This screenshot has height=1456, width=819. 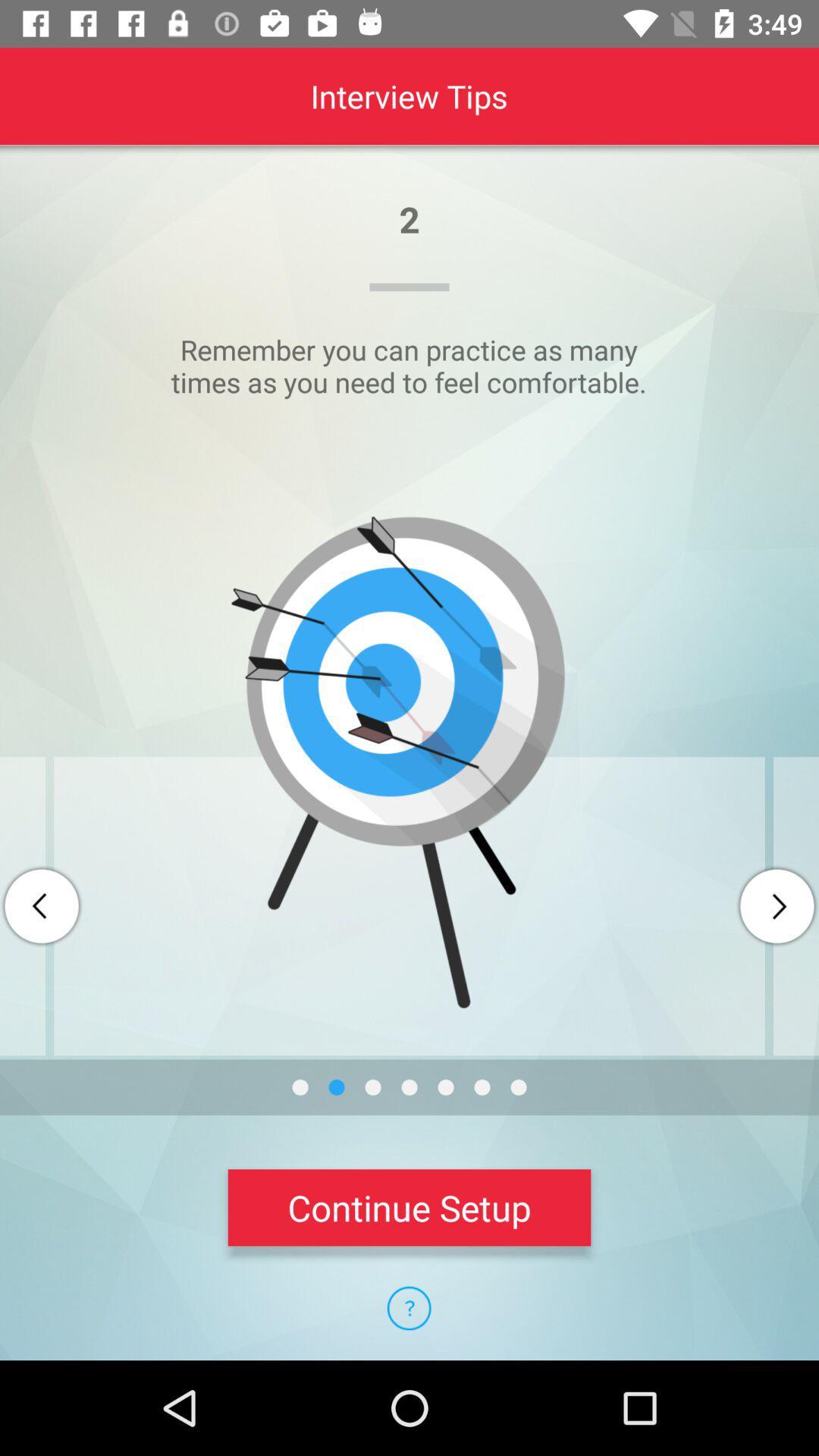 I want to click on back option, so click(x=41, y=906).